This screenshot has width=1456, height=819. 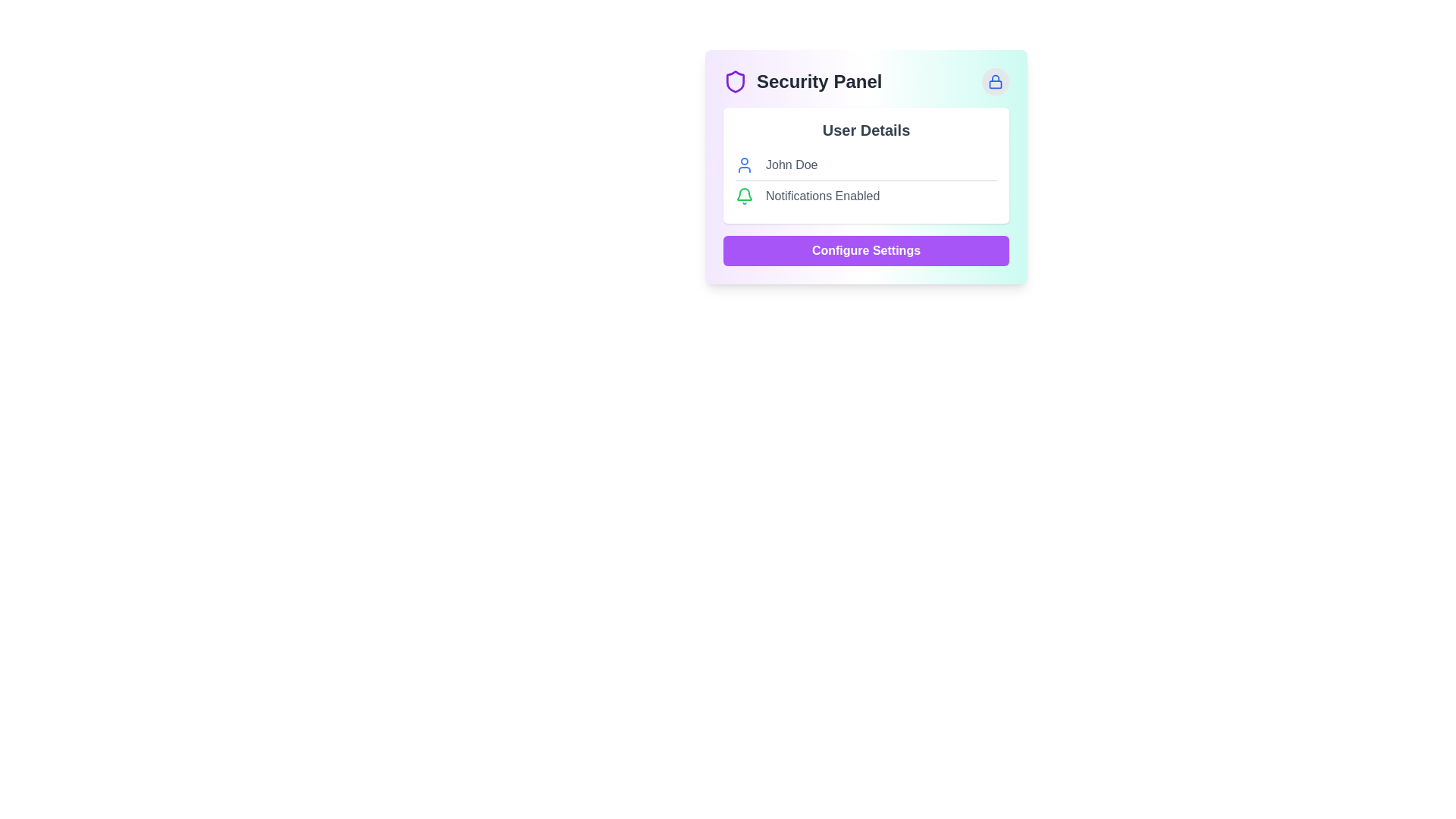 What do you see at coordinates (735, 82) in the screenshot?
I see `the security icon located at the far left of the 'Security Panel' header section` at bounding box center [735, 82].